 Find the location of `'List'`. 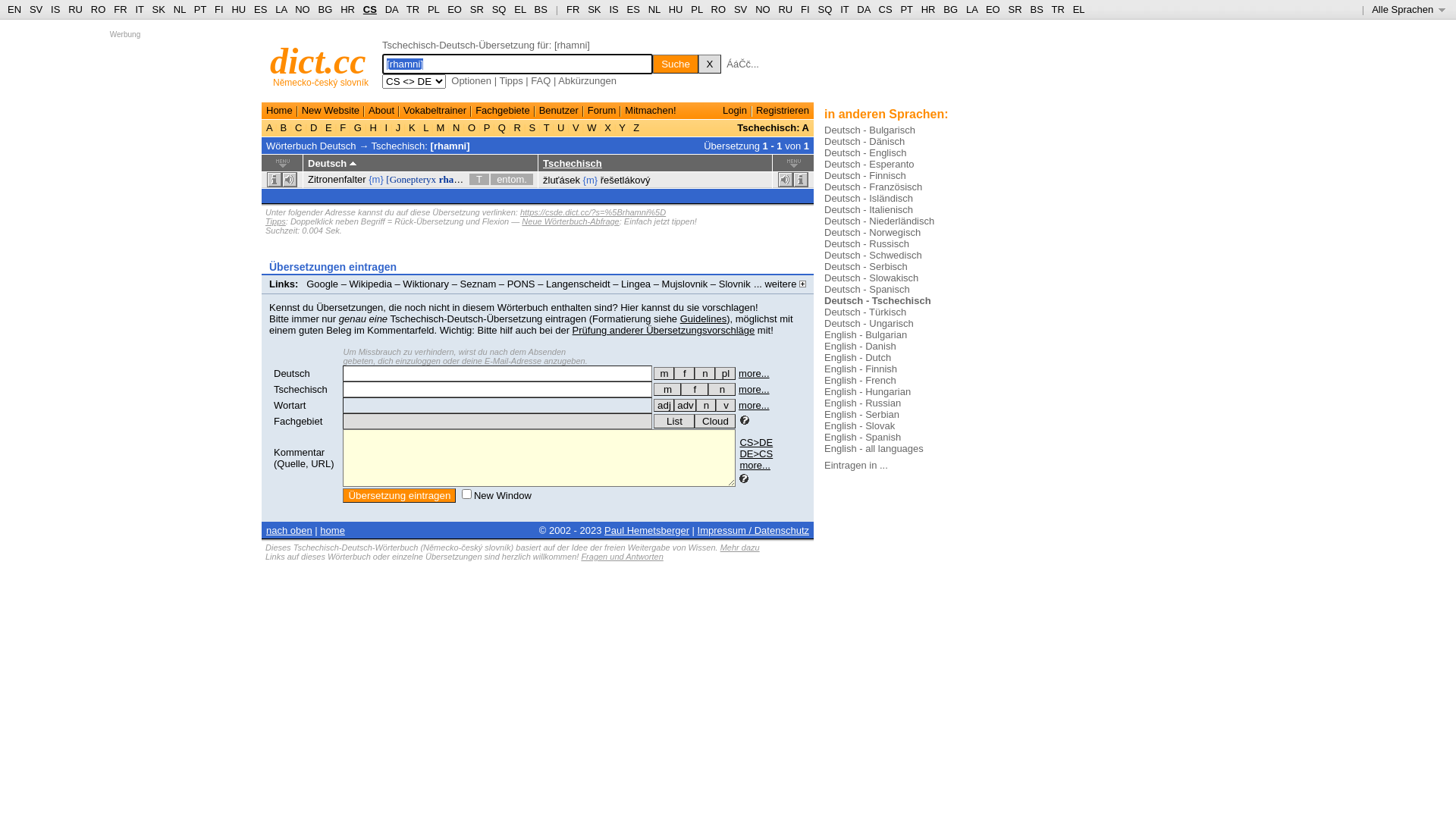

'List' is located at coordinates (673, 421).